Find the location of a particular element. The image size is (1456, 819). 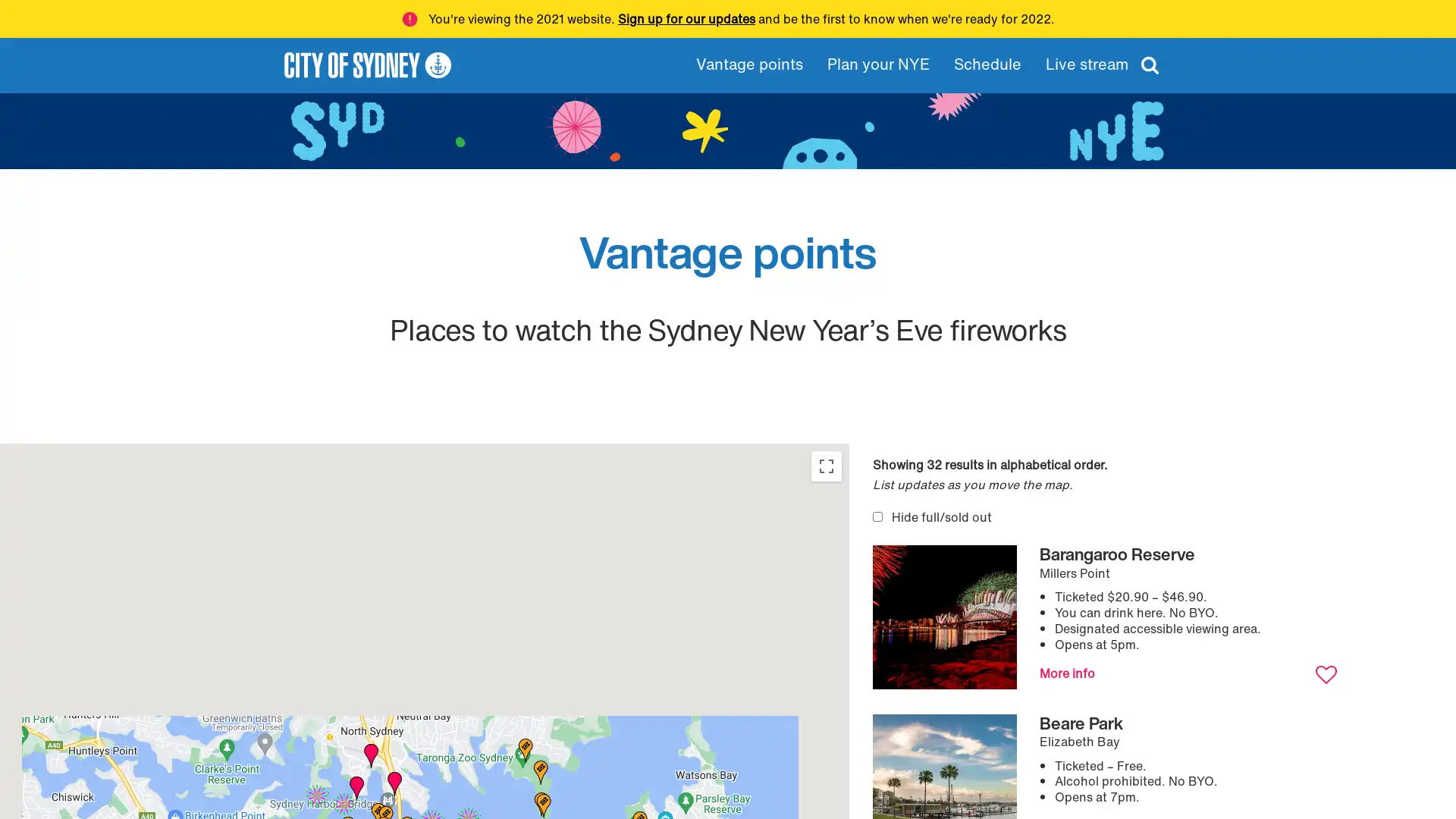

Apply is located at coordinates (1085, 124).